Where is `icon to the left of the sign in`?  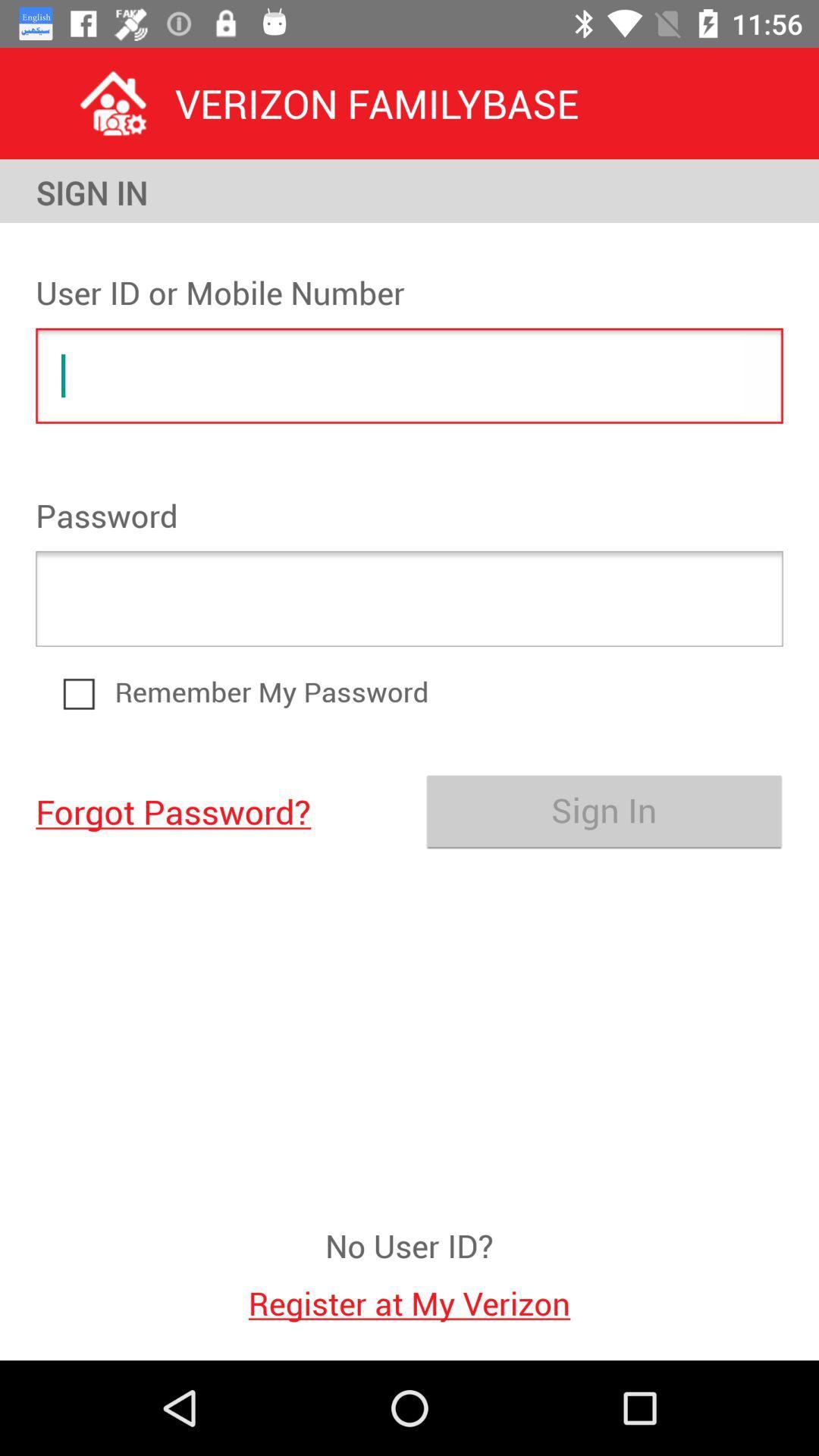
icon to the left of the sign in is located at coordinates (215, 810).